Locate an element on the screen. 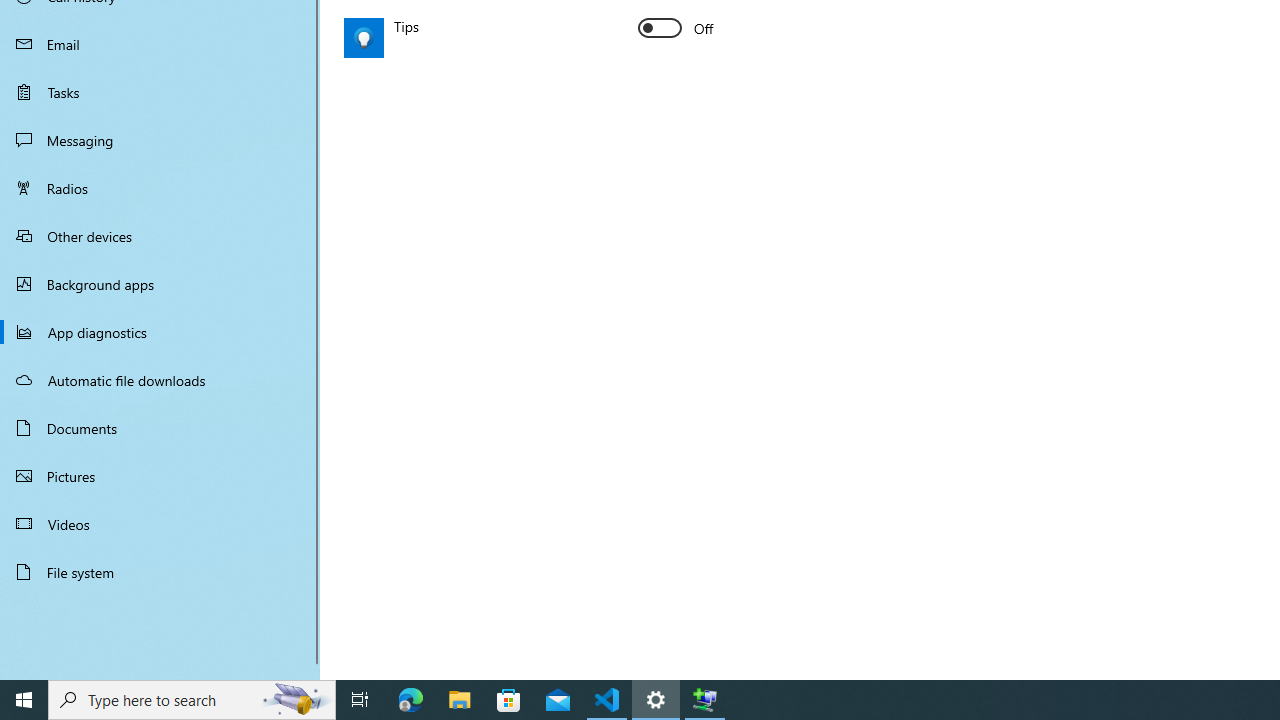 The height and width of the screenshot is (720, 1280). 'Type here to search' is located at coordinates (192, 698).